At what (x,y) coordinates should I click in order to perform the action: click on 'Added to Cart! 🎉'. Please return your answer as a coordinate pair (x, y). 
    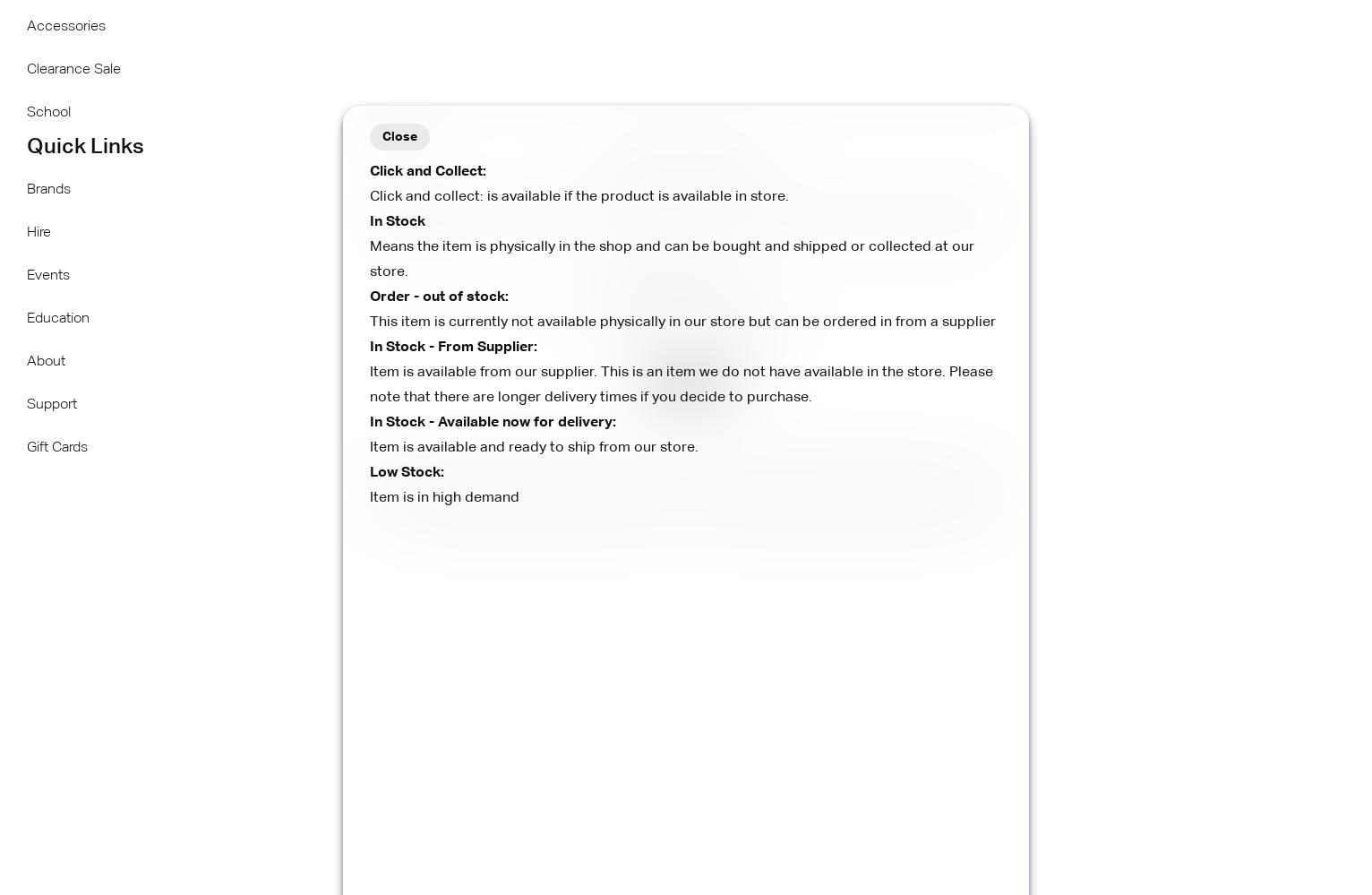
    Looking at the image, I should click on (567, 175).